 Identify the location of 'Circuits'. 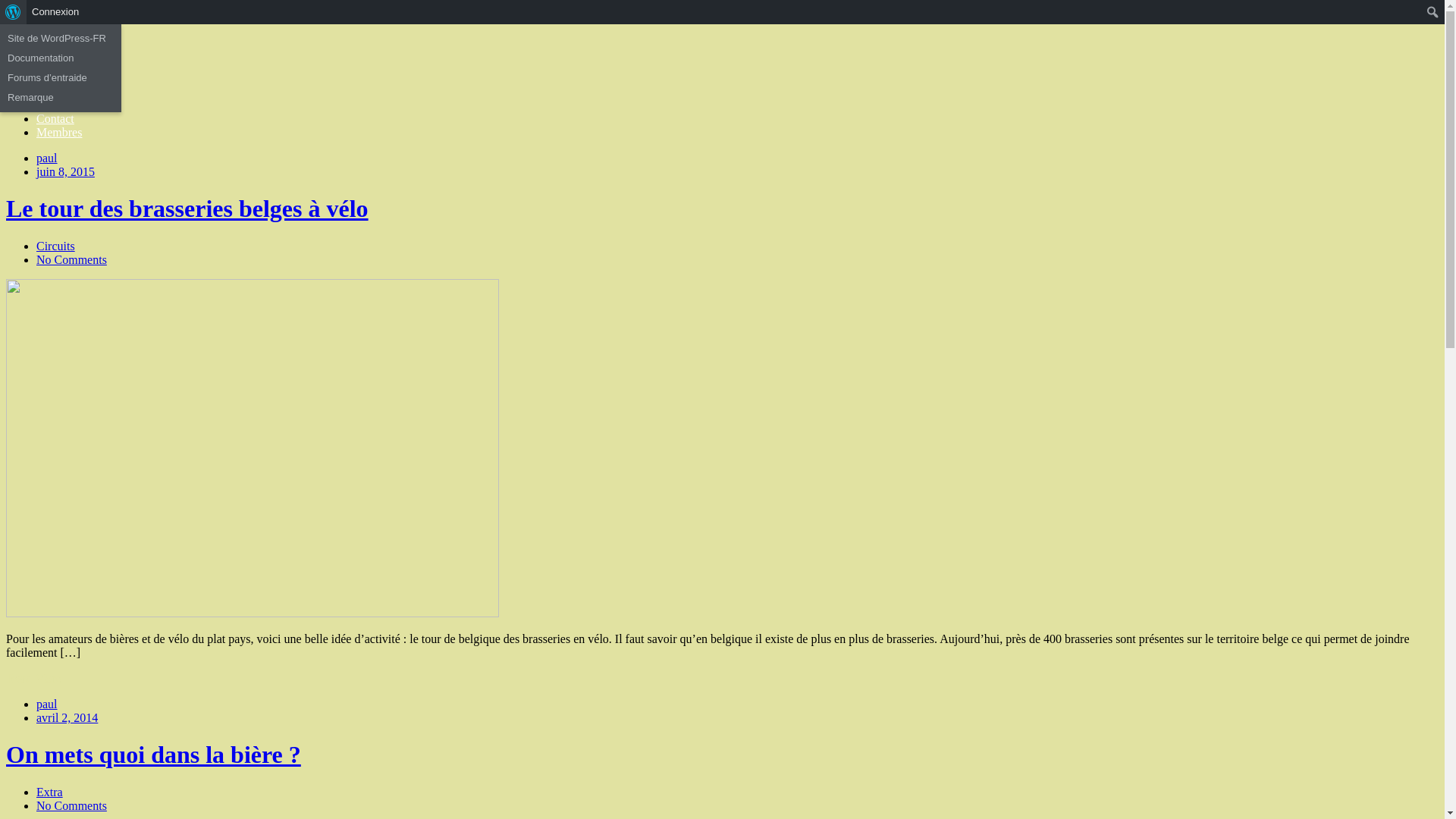
(55, 245).